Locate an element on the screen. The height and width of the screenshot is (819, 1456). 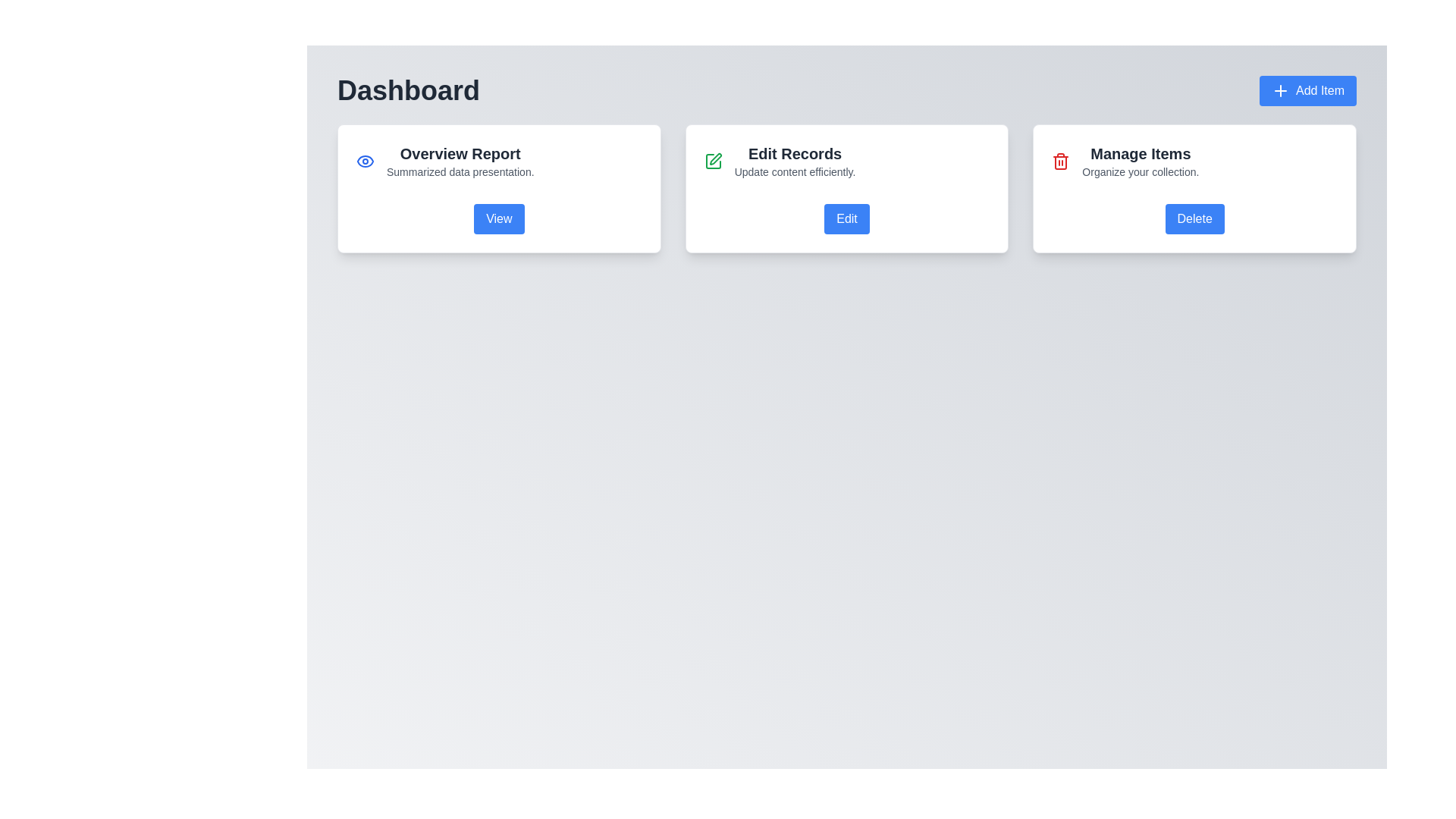
the red trash icon located to the left of the 'Manage Items' header within the third card of a horizontal list is located at coordinates (1060, 161).